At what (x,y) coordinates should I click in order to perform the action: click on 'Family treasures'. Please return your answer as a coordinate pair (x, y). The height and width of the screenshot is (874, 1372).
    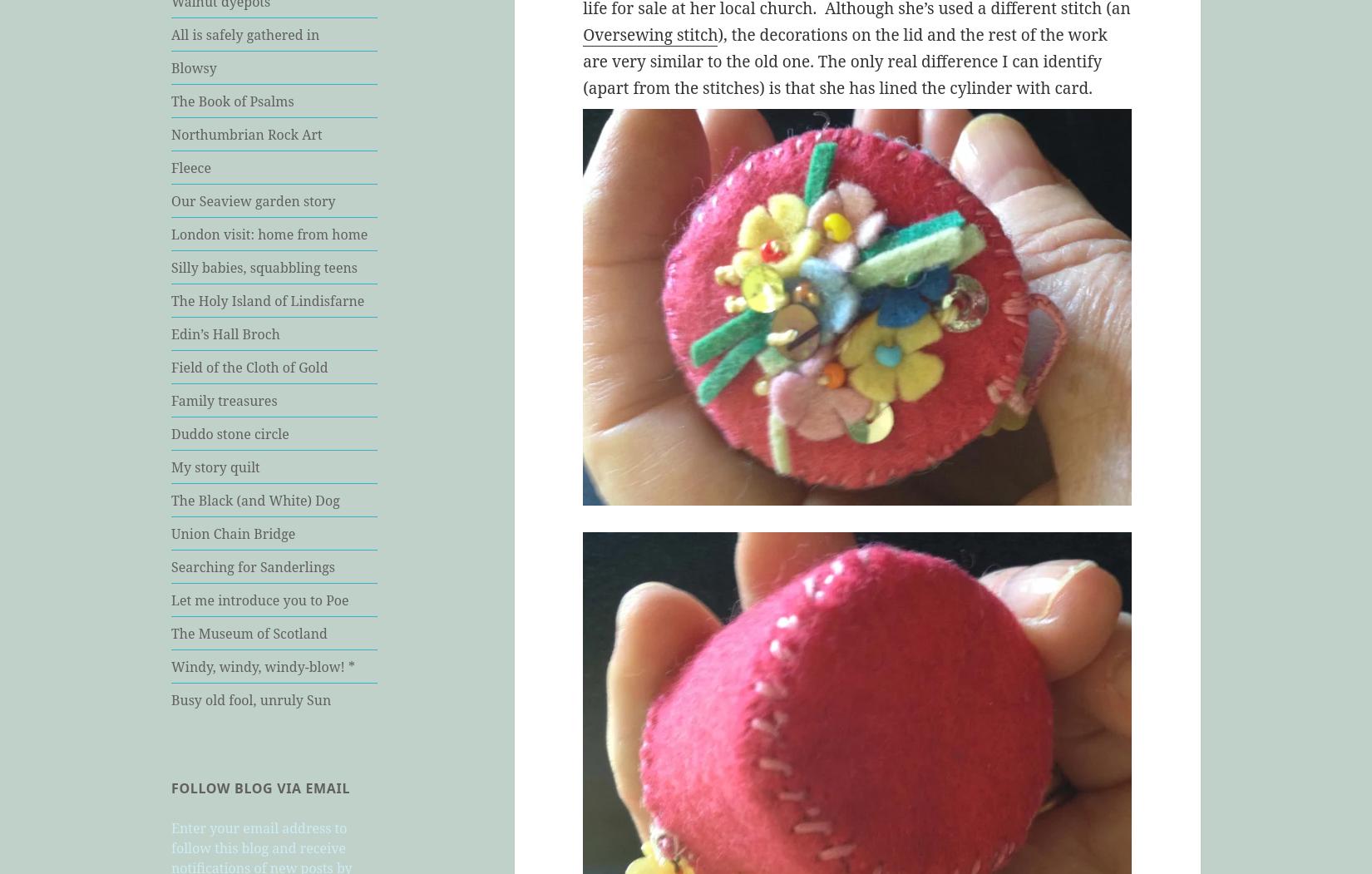
    Looking at the image, I should click on (224, 399).